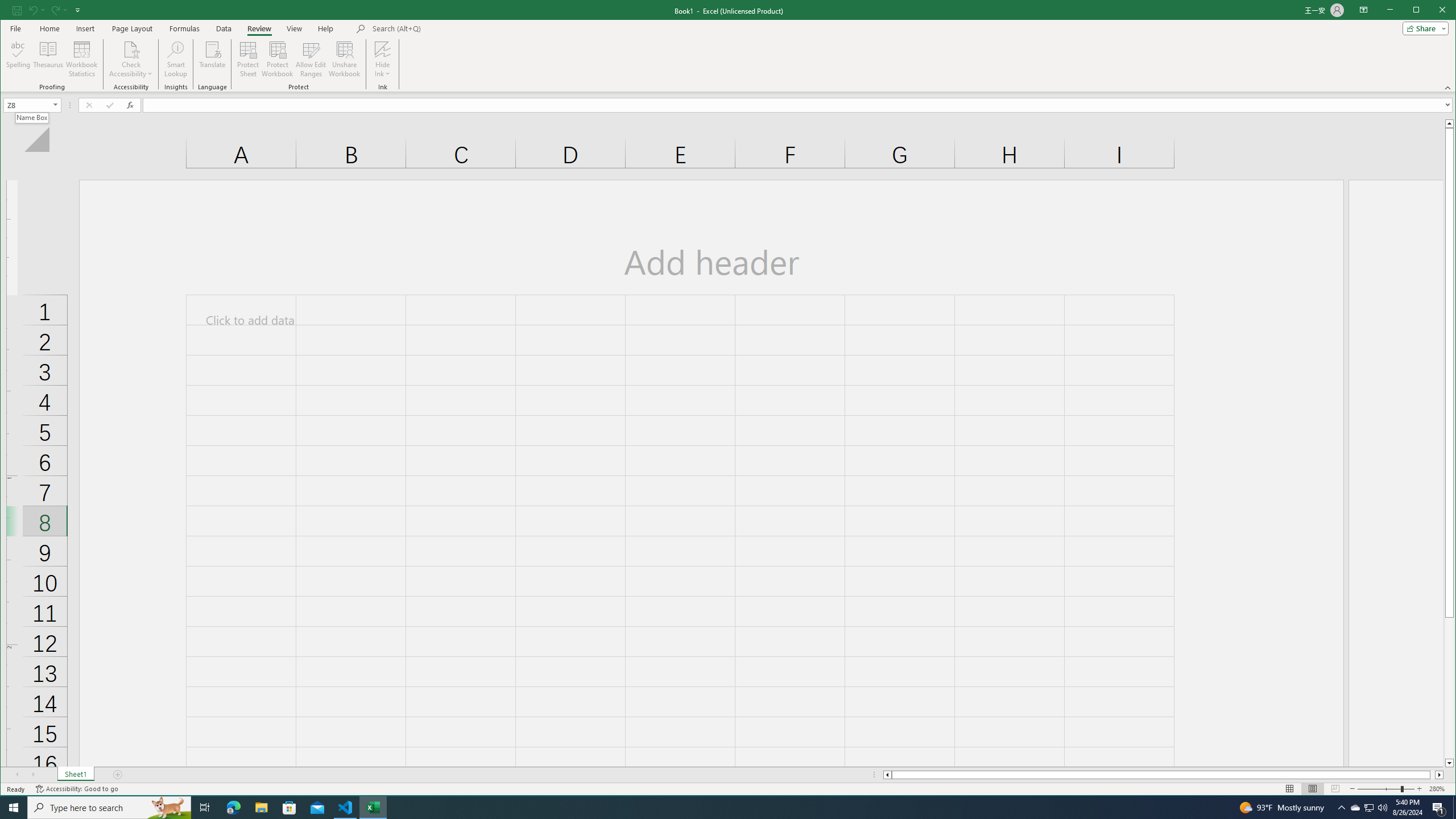 This screenshot has width=1456, height=819. Describe the element at coordinates (1433, 11) in the screenshot. I see `'Maximize'` at that location.